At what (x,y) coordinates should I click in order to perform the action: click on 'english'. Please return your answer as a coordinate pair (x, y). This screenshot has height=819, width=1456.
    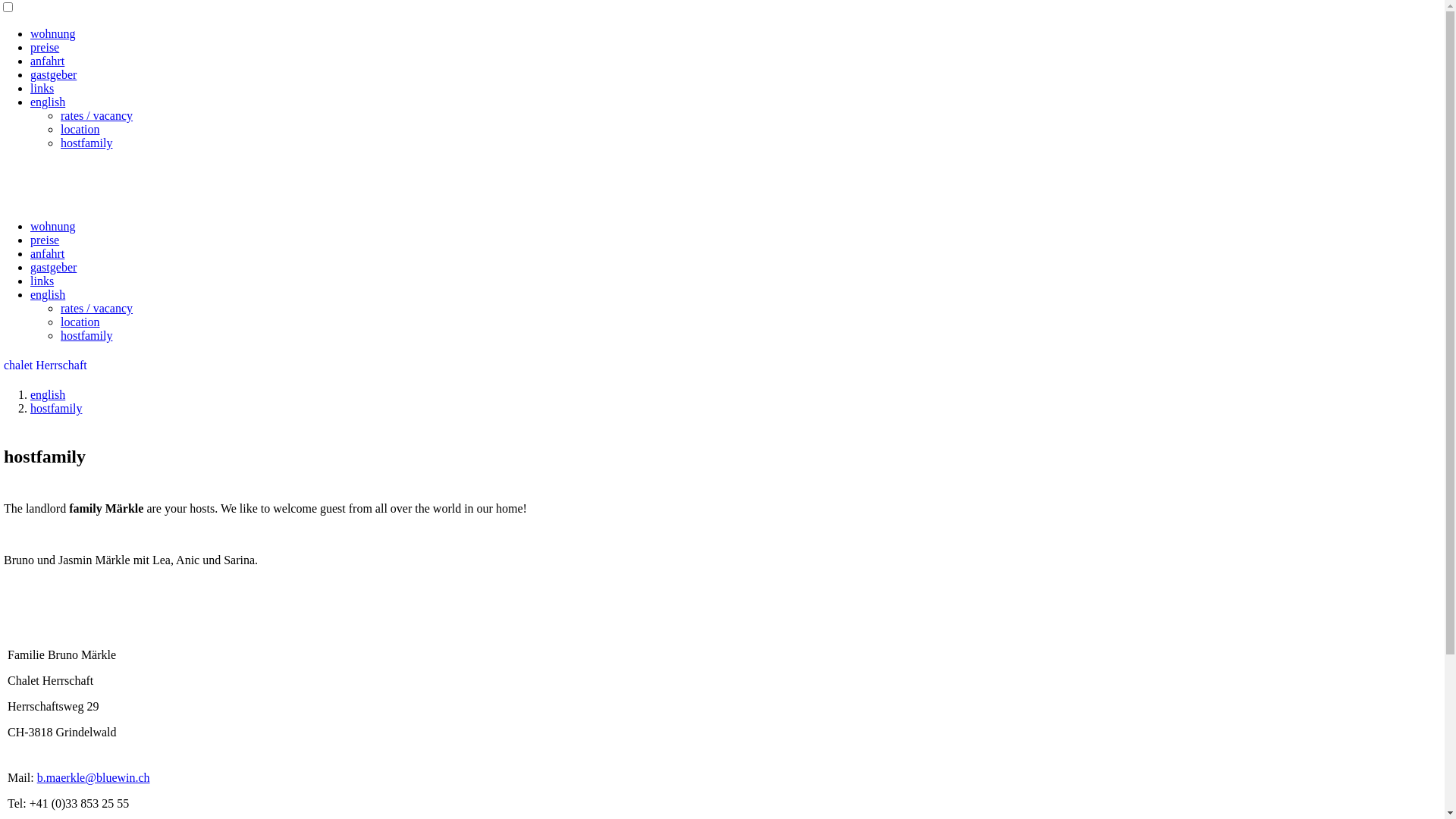
    Looking at the image, I should click on (47, 102).